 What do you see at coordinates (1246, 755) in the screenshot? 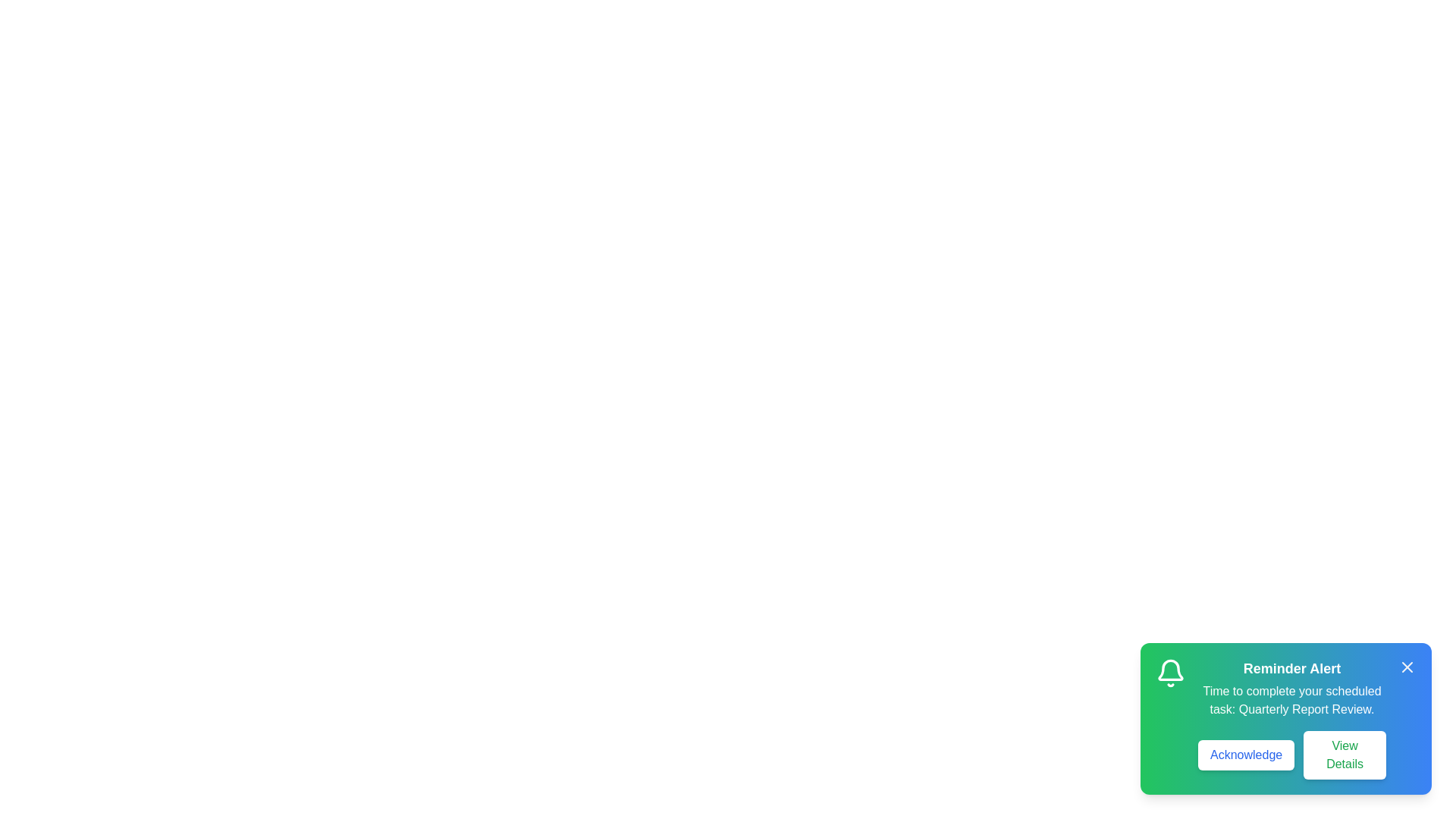
I see `the 'Acknowledge' button to acknowledge the reminder` at bounding box center [1246, 755].